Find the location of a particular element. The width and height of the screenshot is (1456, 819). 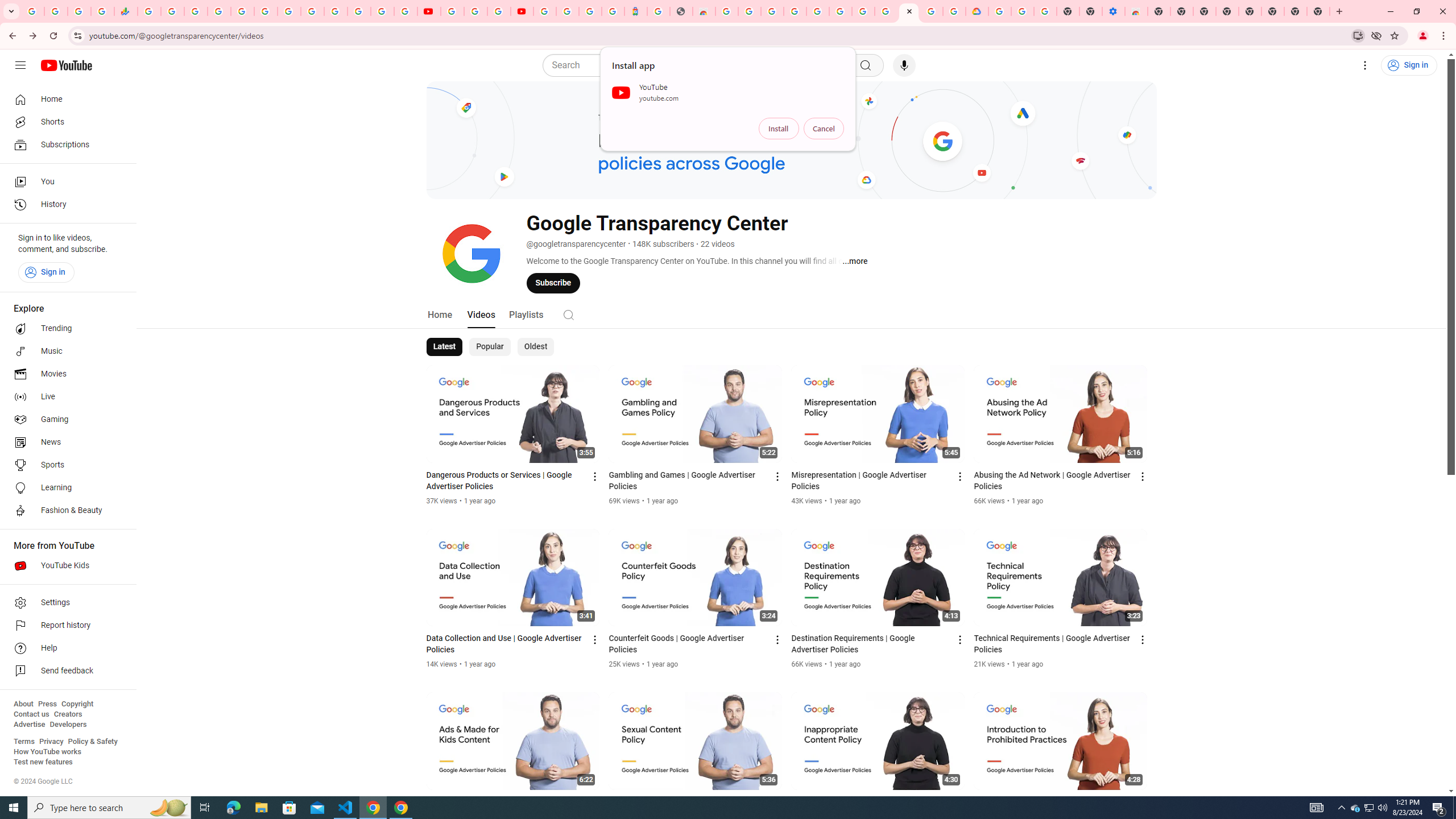

'Oldest' is located at coordinates (534, 346).